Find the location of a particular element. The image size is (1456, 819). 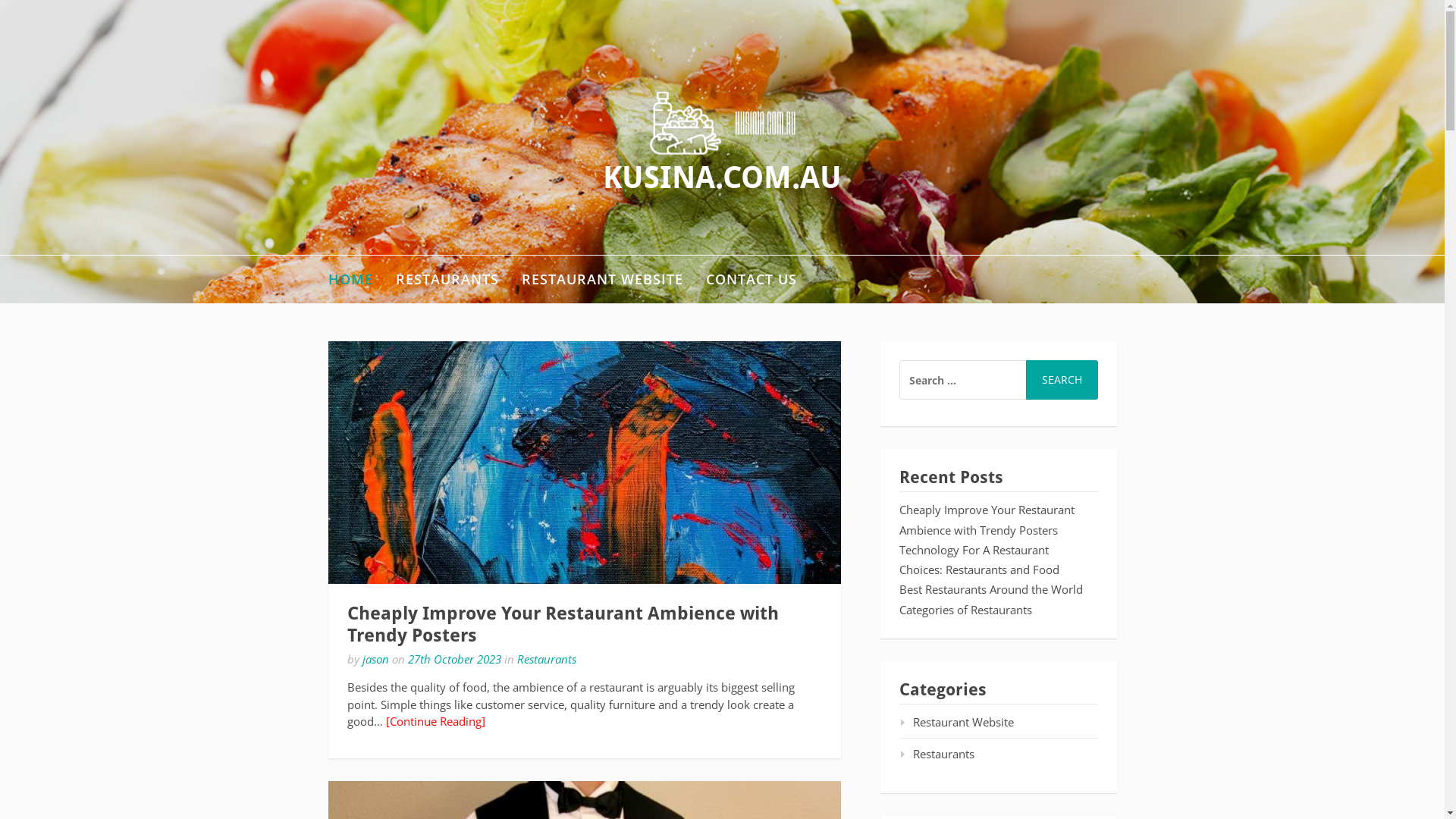

'Categories of Restaurants' is located at coordinates (899, 608).